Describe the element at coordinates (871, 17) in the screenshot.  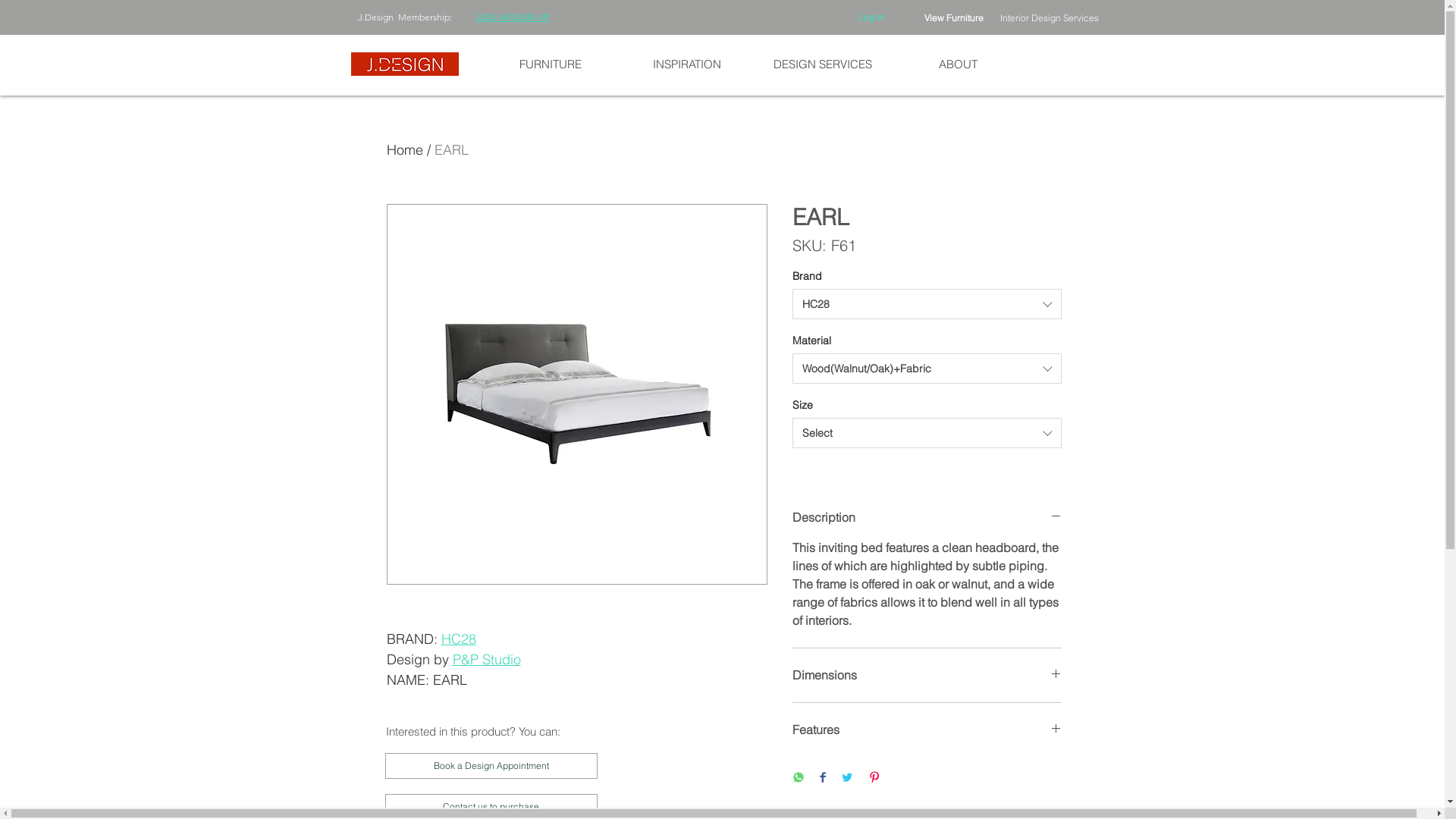
I see `'Log In'` at that location.